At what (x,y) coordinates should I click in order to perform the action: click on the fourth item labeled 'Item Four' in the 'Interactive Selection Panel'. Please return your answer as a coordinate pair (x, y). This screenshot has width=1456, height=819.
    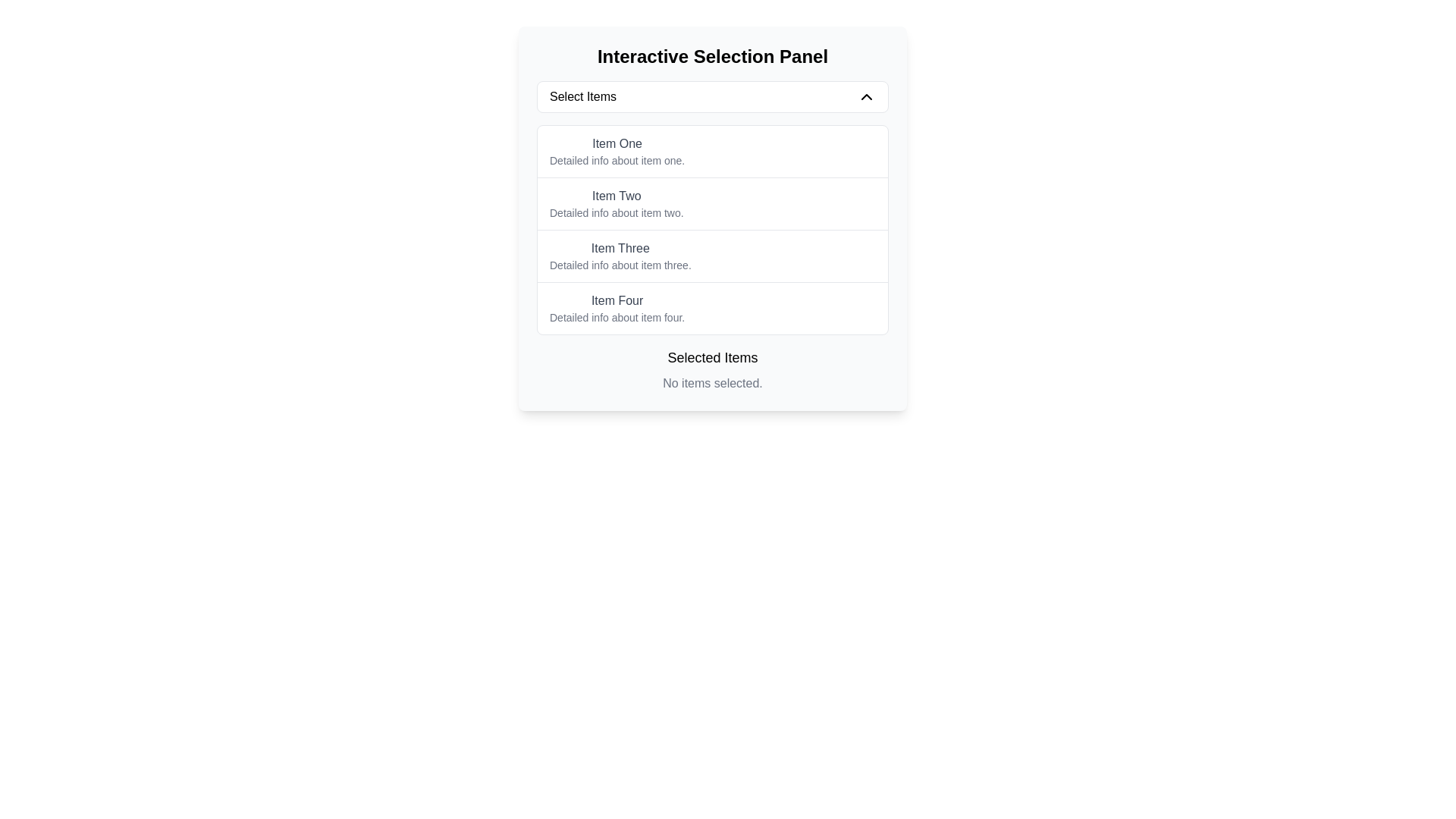
    Looking at the image, I should click on (617, 308).